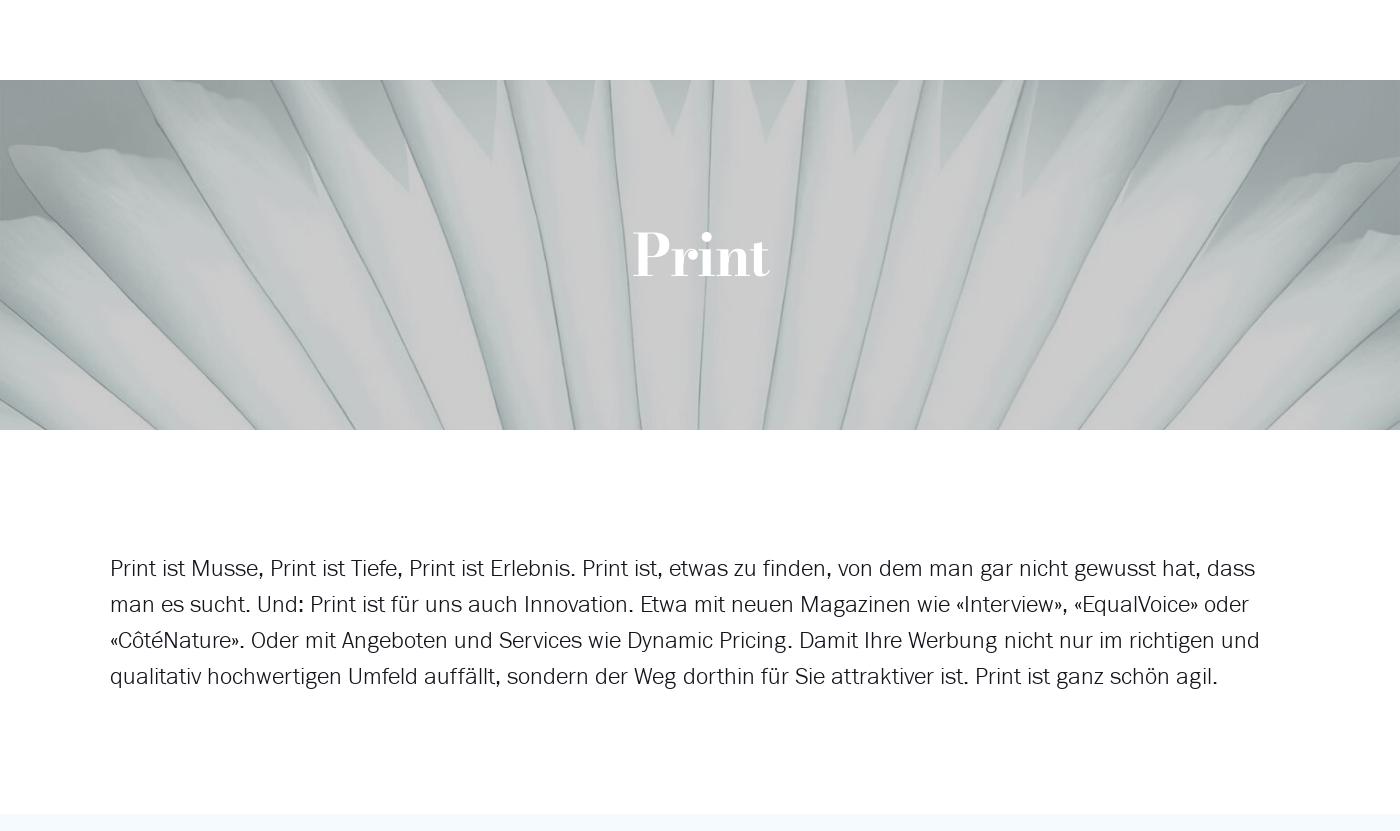  What do you see at coordinates (1156, 135) in the screenshot?
I see `'Français'` at bounding box center [1156, 135].